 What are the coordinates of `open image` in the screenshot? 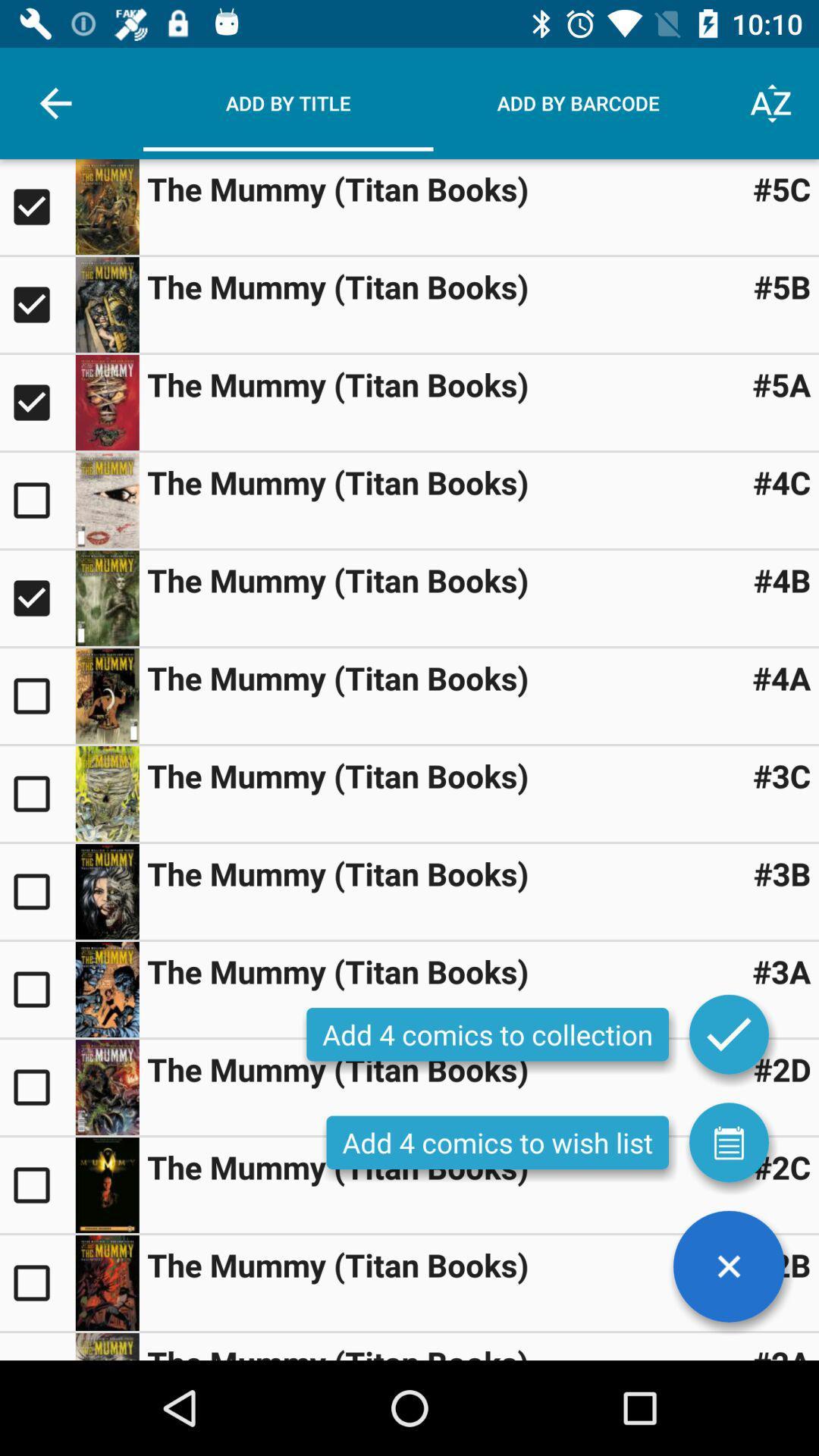 It's located at (106, 1185).